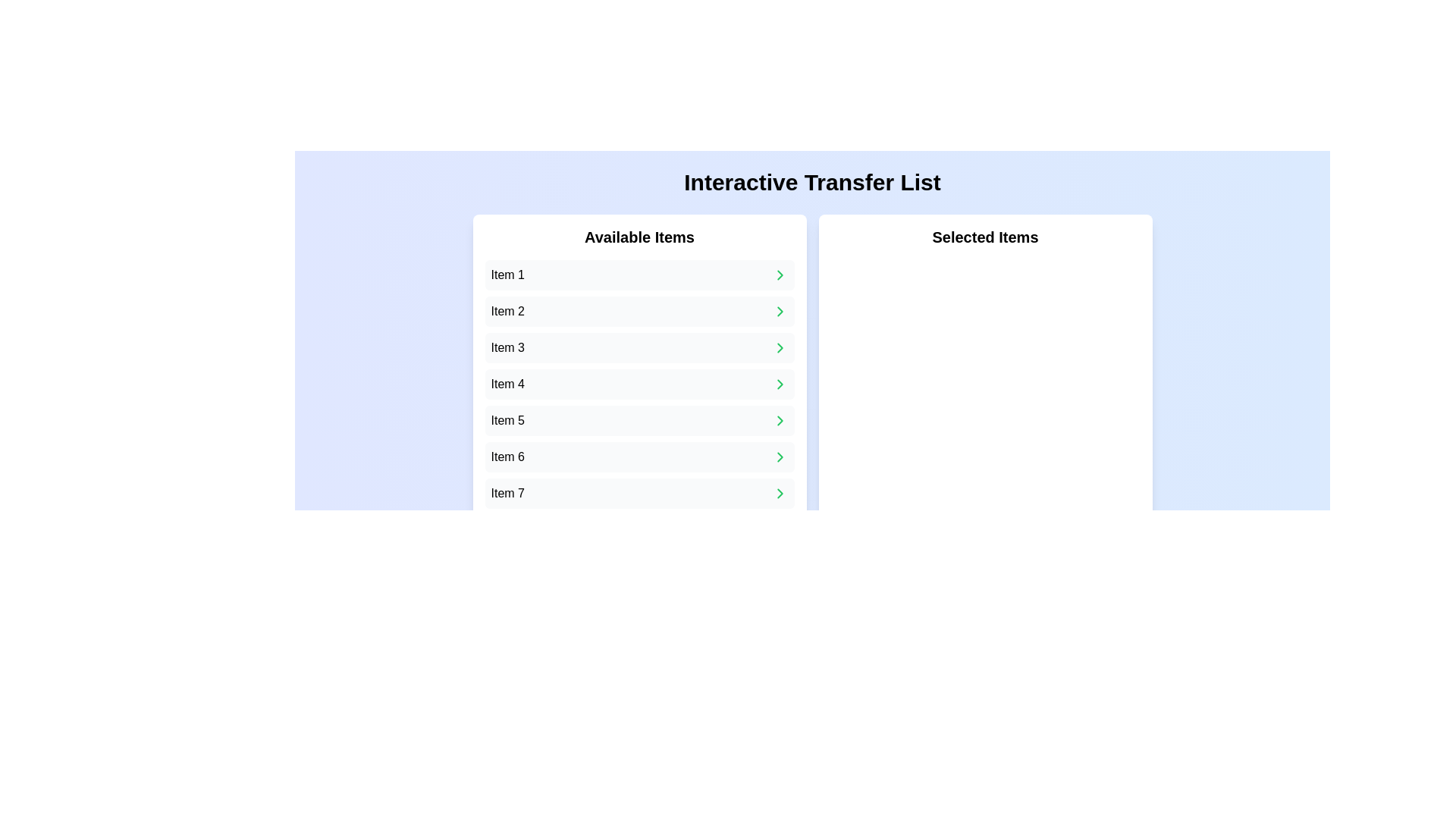  What do you see at coordinates (639, 311) in the screenshot?
I see `the second item in the 'Available Items' list located on the left side of the interface` at bounding box center [639, 311].